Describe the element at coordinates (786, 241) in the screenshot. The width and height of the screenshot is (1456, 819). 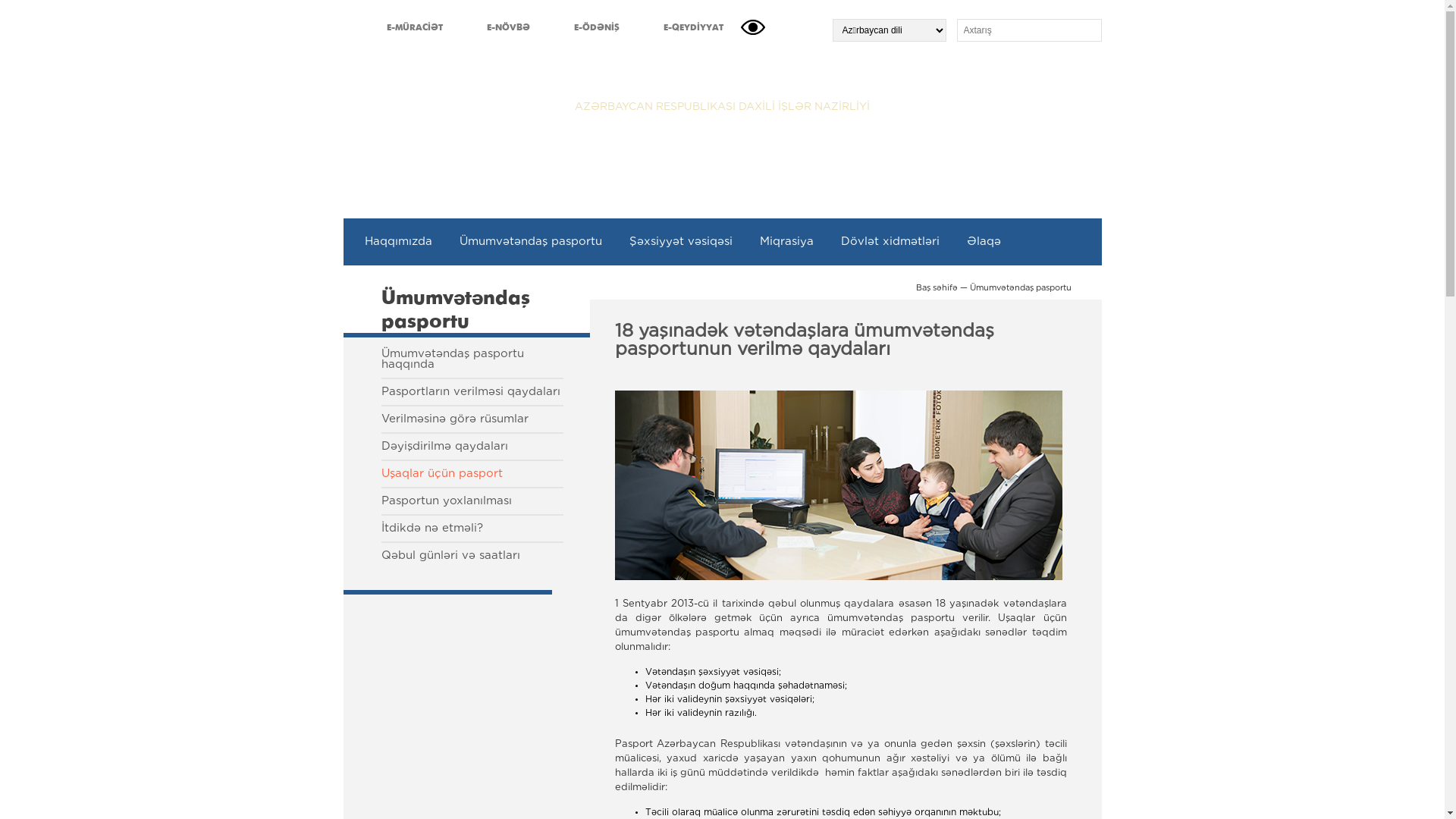
I see `'Miqrasiya'` at that location.